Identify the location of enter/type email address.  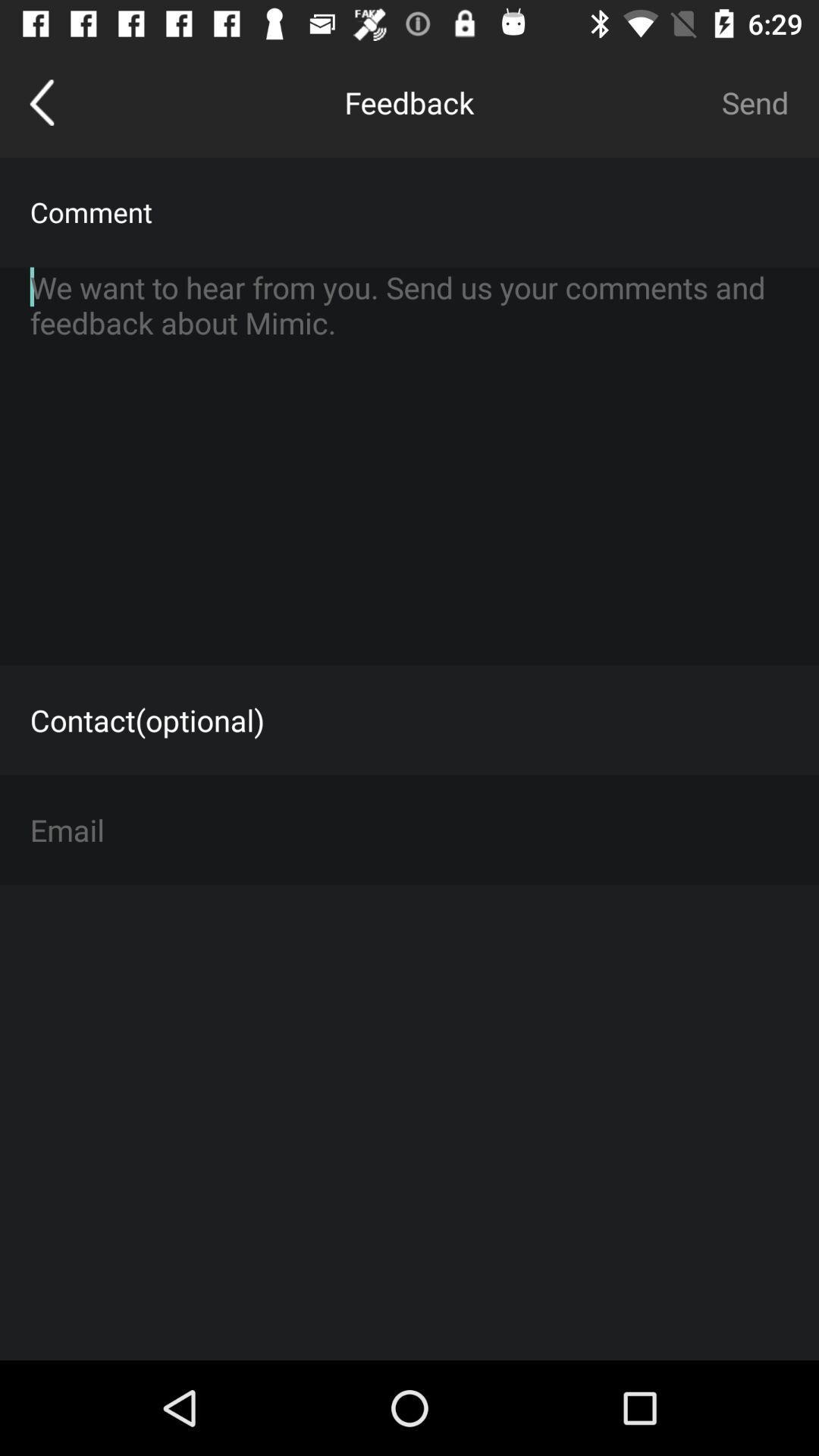
(409, 829).